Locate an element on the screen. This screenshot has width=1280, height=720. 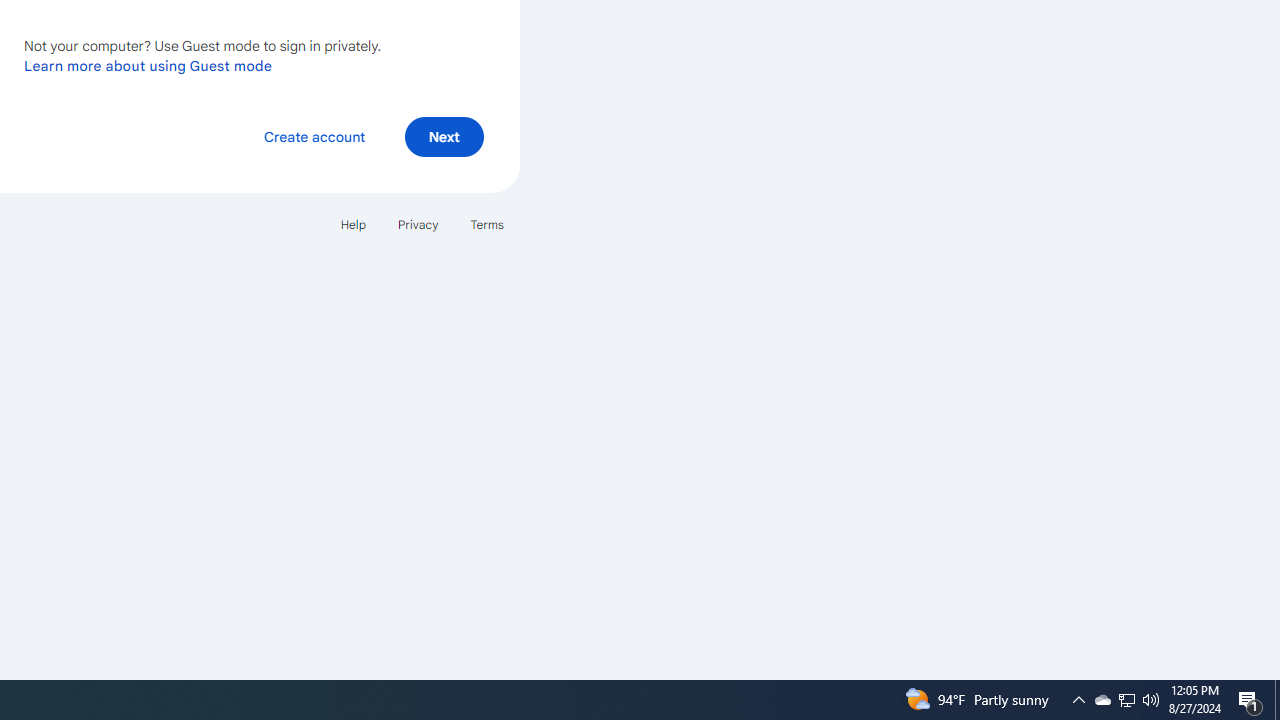
'Learn more about using Guest mode' is located at coordinates (147, 64).